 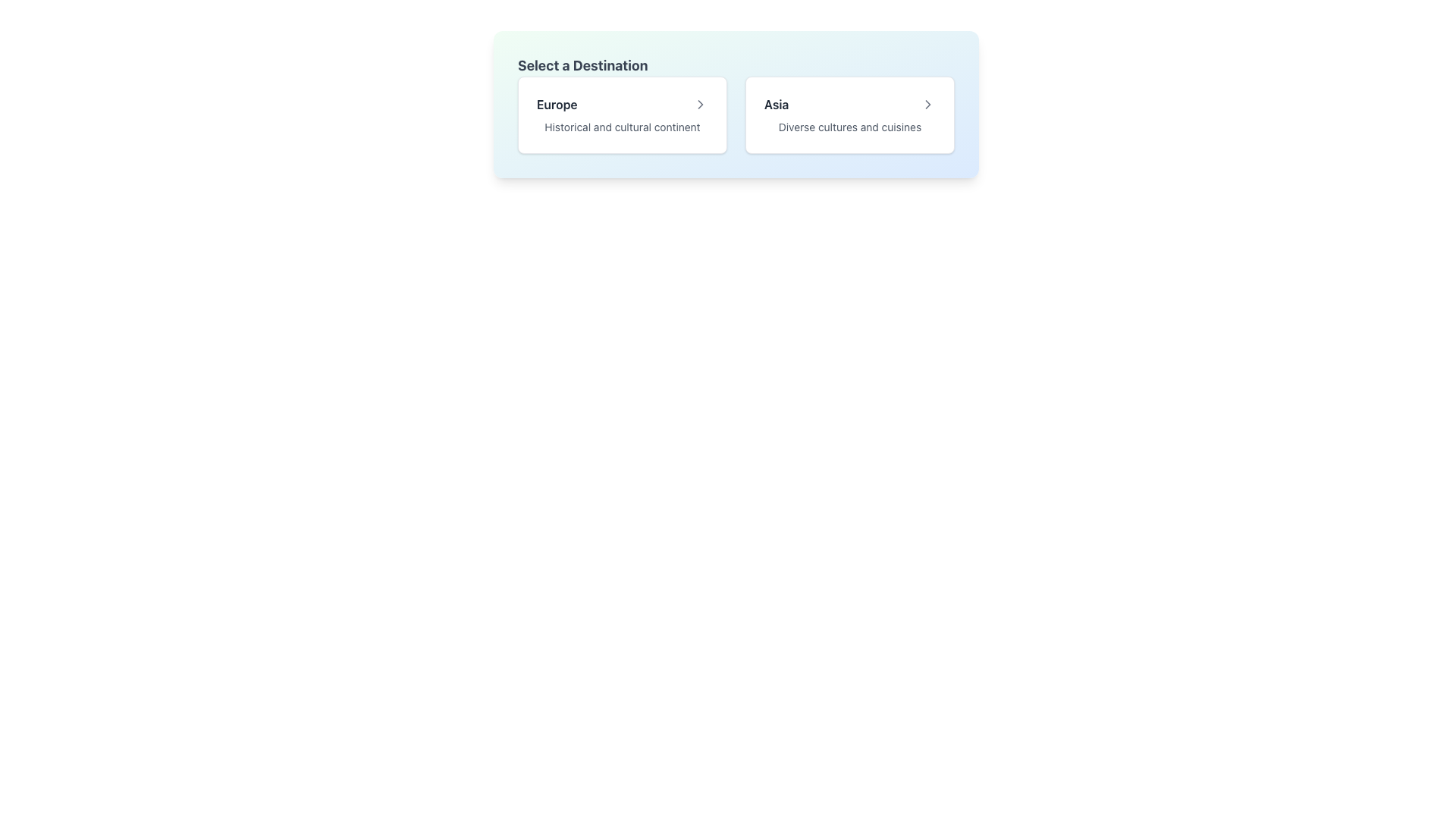 I want to click on bold text label displaying 'Asia' located in the top-right area of the horizontal card layout, left-aligned to 'Diverse cultures and cuisines', so click(x=777, y=104).